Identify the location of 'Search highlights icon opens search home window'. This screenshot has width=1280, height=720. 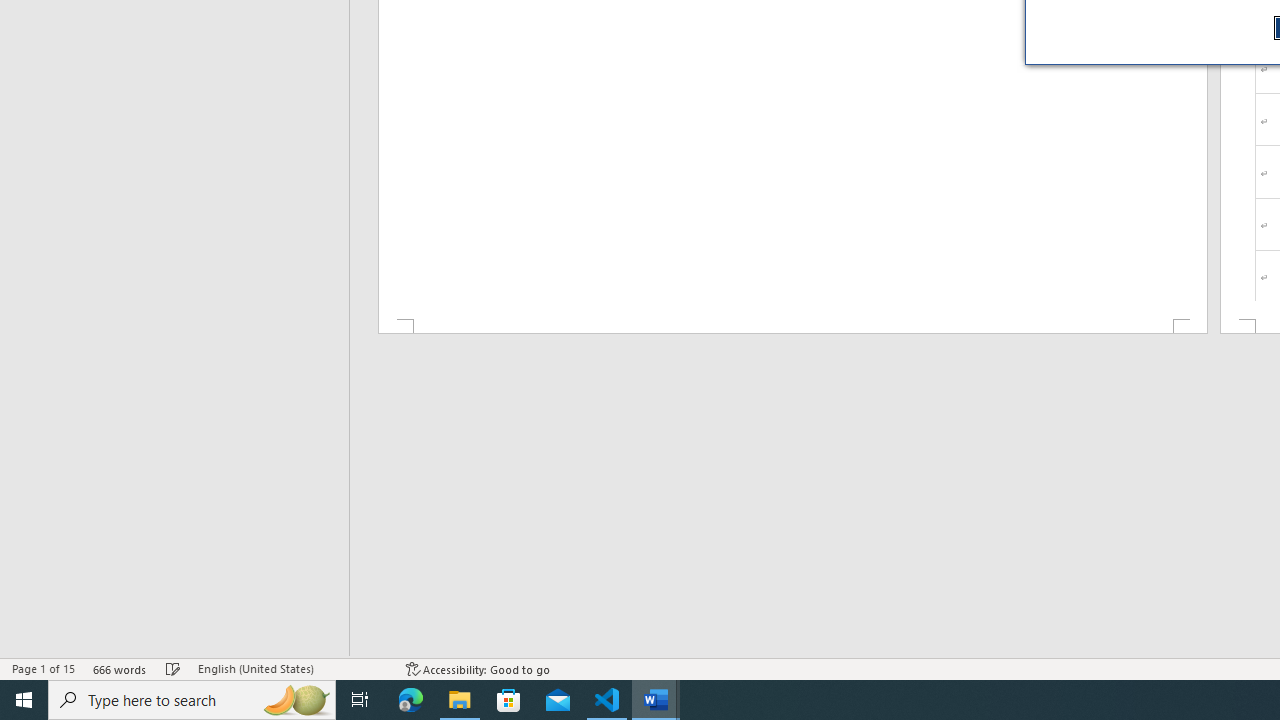
(294, 698).